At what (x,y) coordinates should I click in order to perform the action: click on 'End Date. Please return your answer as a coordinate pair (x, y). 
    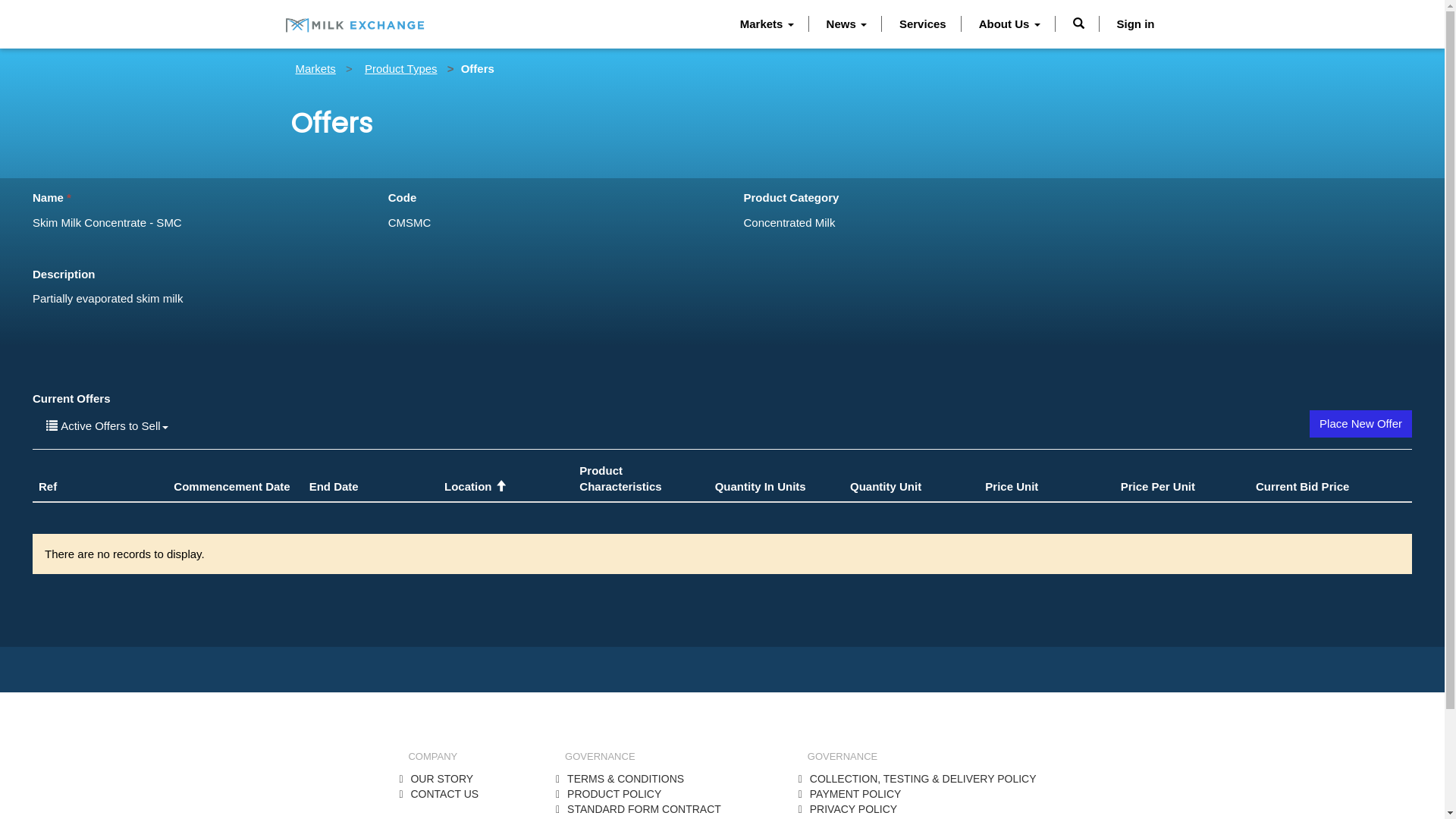
    Looking at the image, I should click on (333, 486).